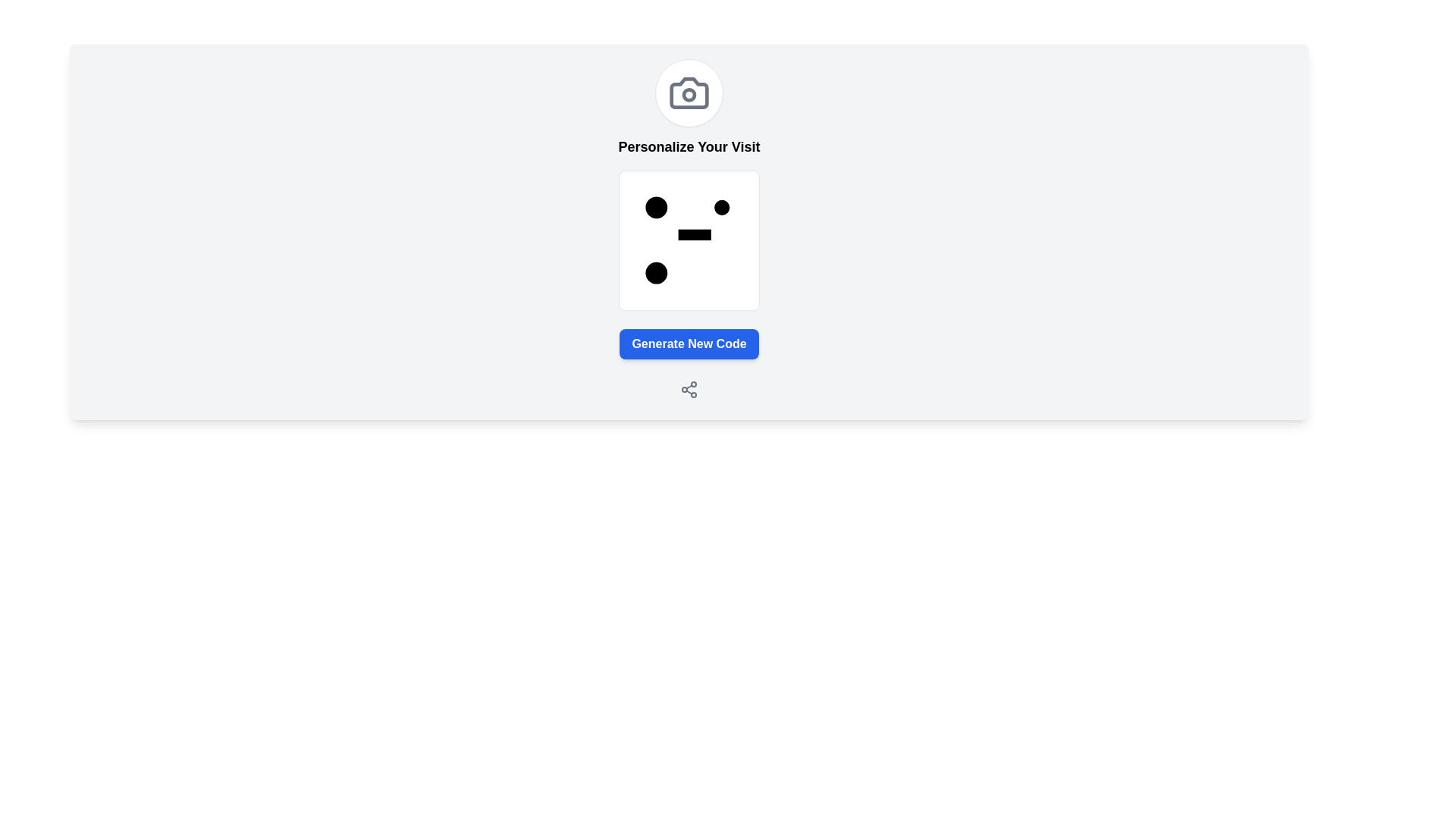  What do you see at coordinates (688, 388) in the screenshot?
I see `the share icon, which is depicted by three interconnected circles within a light-gray rounded button, located below the 'Generate New Code' button` at bounding box center [688, 388].